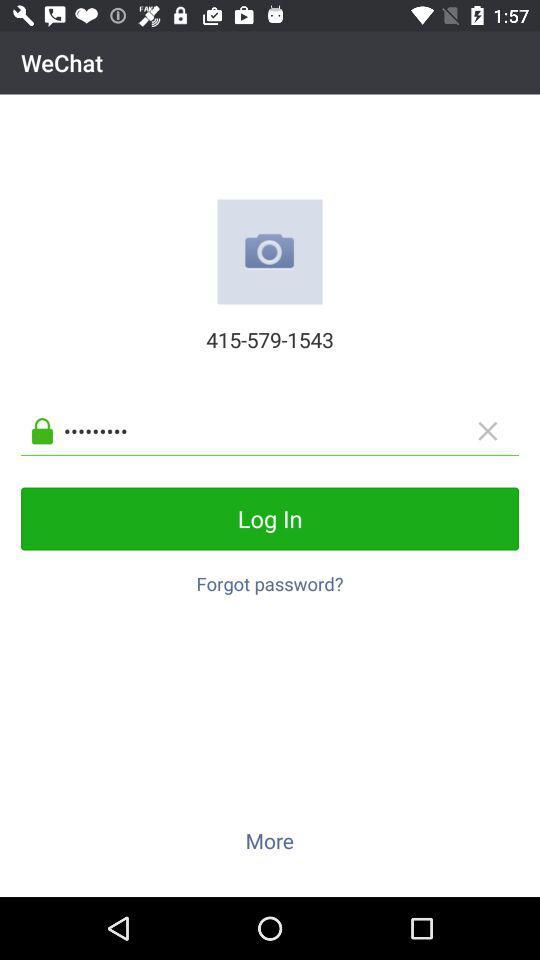  I want to click on forgot password? button, so click(270, 578).